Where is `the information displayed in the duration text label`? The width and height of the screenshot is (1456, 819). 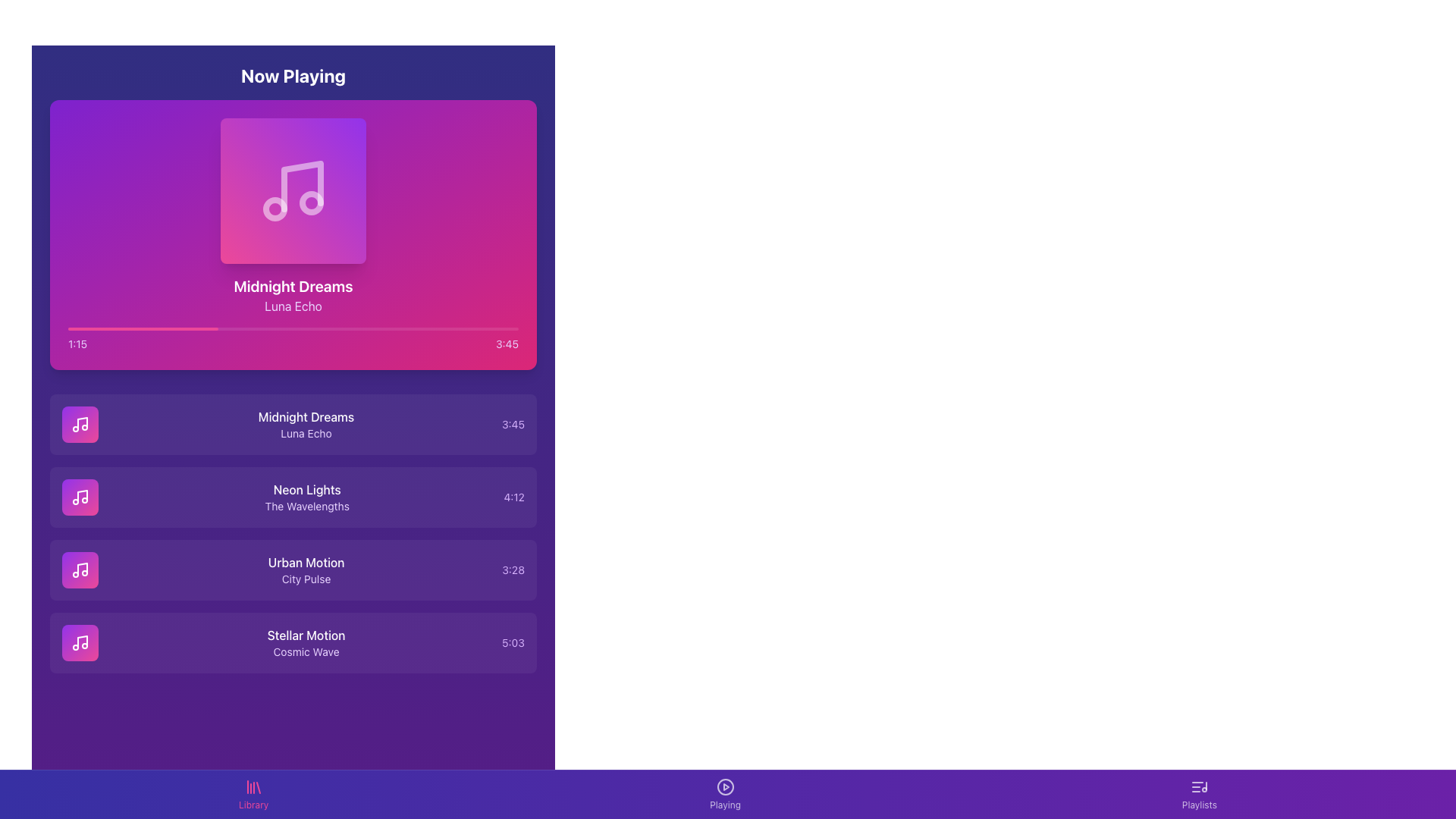 the information displayed in the duration text label is located at coordinates (513, 643).